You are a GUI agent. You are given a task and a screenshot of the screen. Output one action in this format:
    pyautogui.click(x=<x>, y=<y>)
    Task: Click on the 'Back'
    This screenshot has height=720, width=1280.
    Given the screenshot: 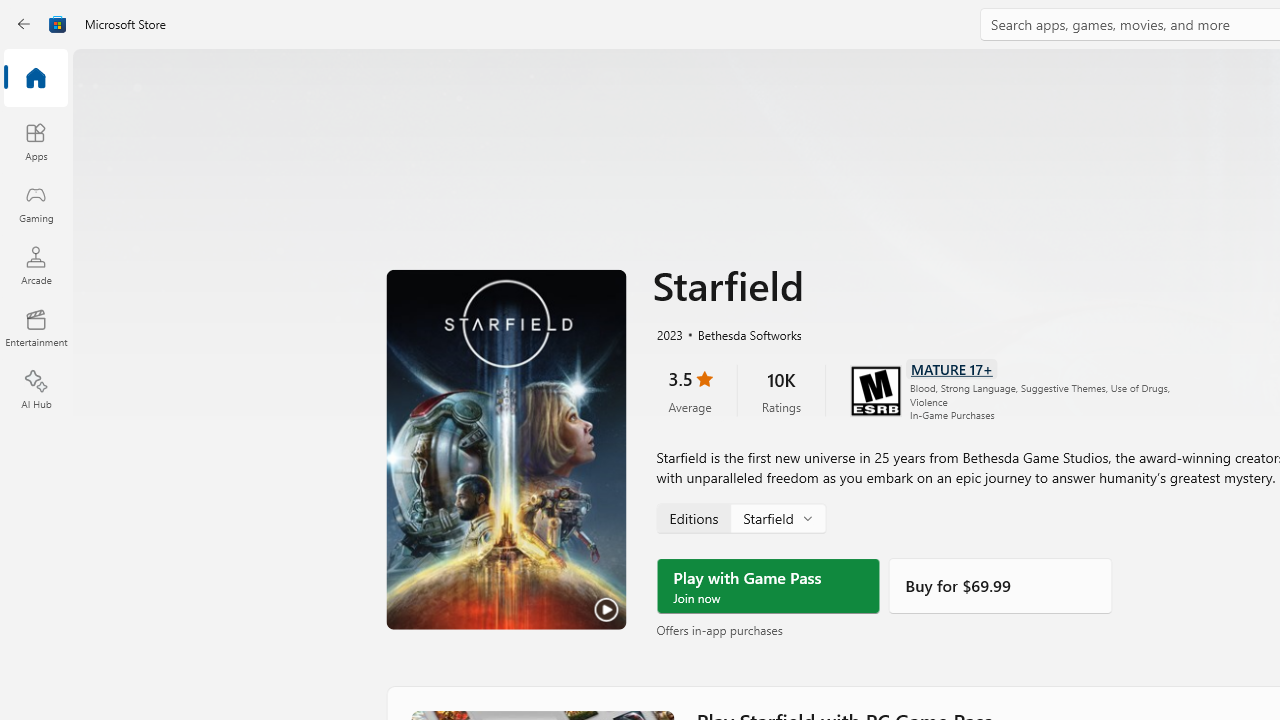 What is the action you would take?
    pyautogui.click(x=24, y=24)
    